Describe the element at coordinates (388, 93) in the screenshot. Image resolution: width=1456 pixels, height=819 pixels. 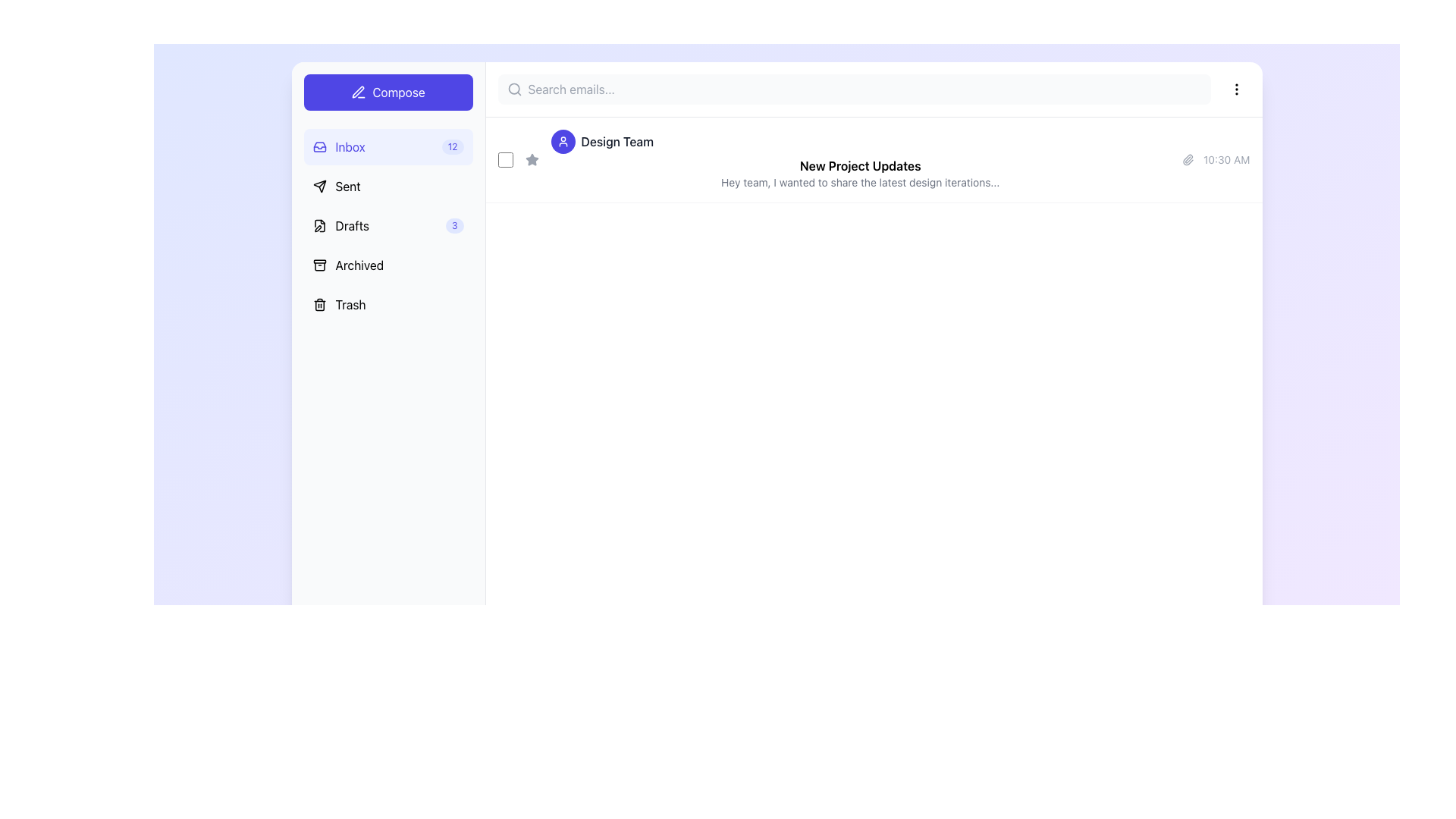
I see `the 'Compose' button located at the top of the vertical menu on the left side of the interface to initiate composing a new email` at that location.